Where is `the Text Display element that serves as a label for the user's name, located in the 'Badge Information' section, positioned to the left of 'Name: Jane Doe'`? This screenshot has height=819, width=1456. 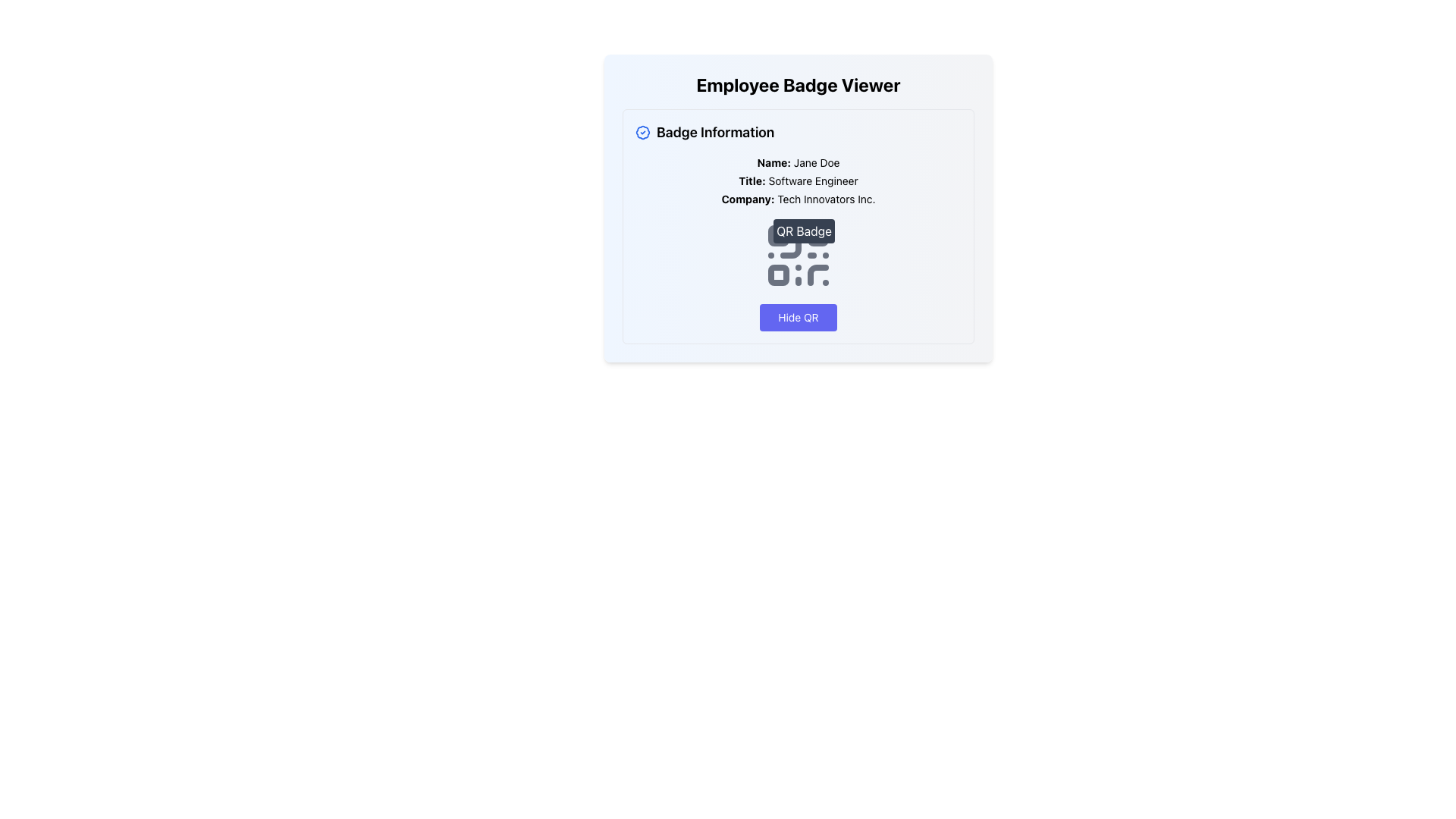 the Text Display element that serves as a label for the user's name, located in the 'Badge Information' section, positioned to the left of 'Name: Jane Doe' is located at coordinates (773, 162).